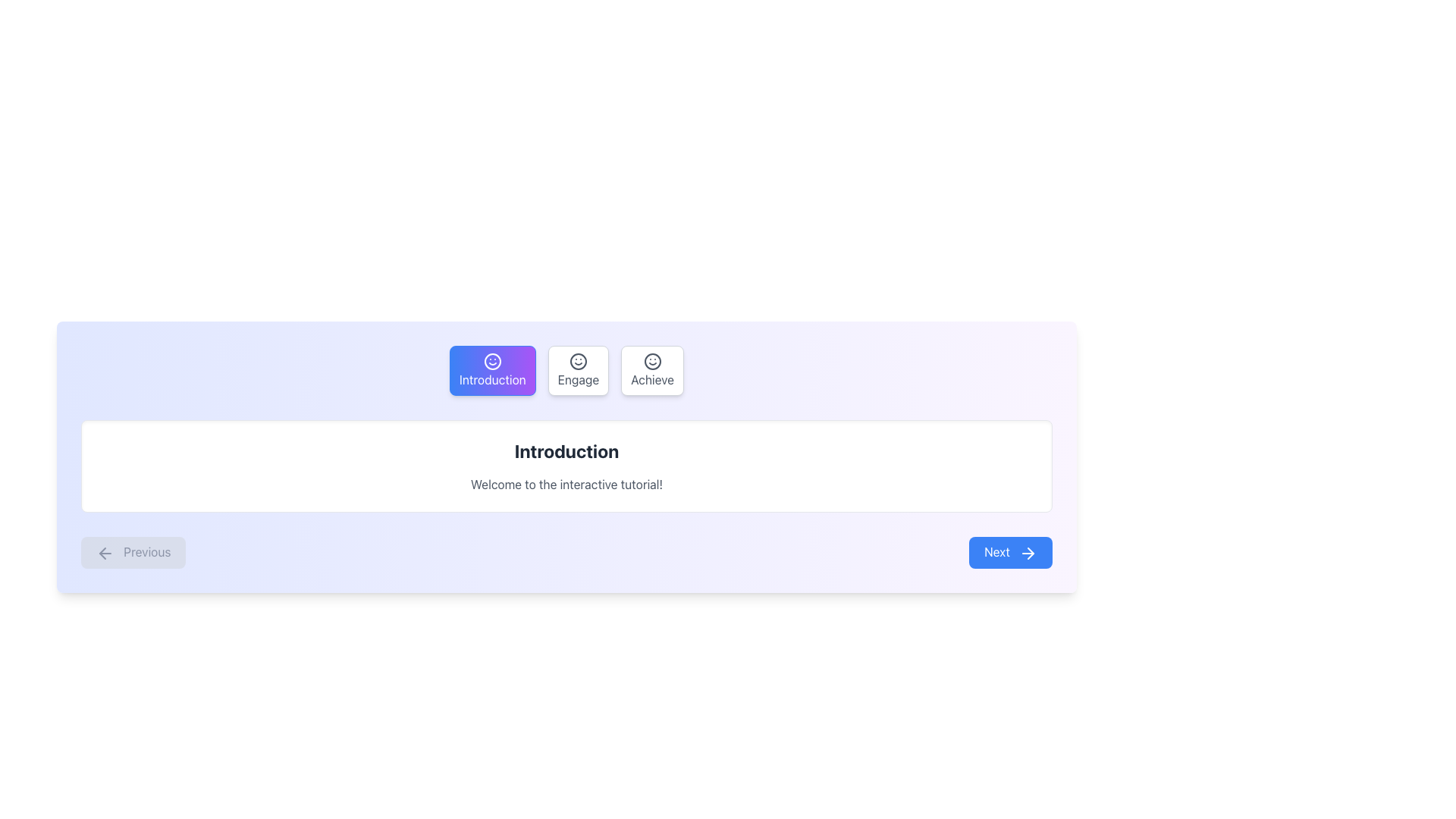 The height and width of the screenshot is (819, 1456). What do you see at coordinates (492, 371) in the screenshot?
I see `the first button in the horizontal menu that navigates to the 'Introduction' section, located to the left of the 'Engage' and 'Achieve' buttons` at bounding box center [492, 371].